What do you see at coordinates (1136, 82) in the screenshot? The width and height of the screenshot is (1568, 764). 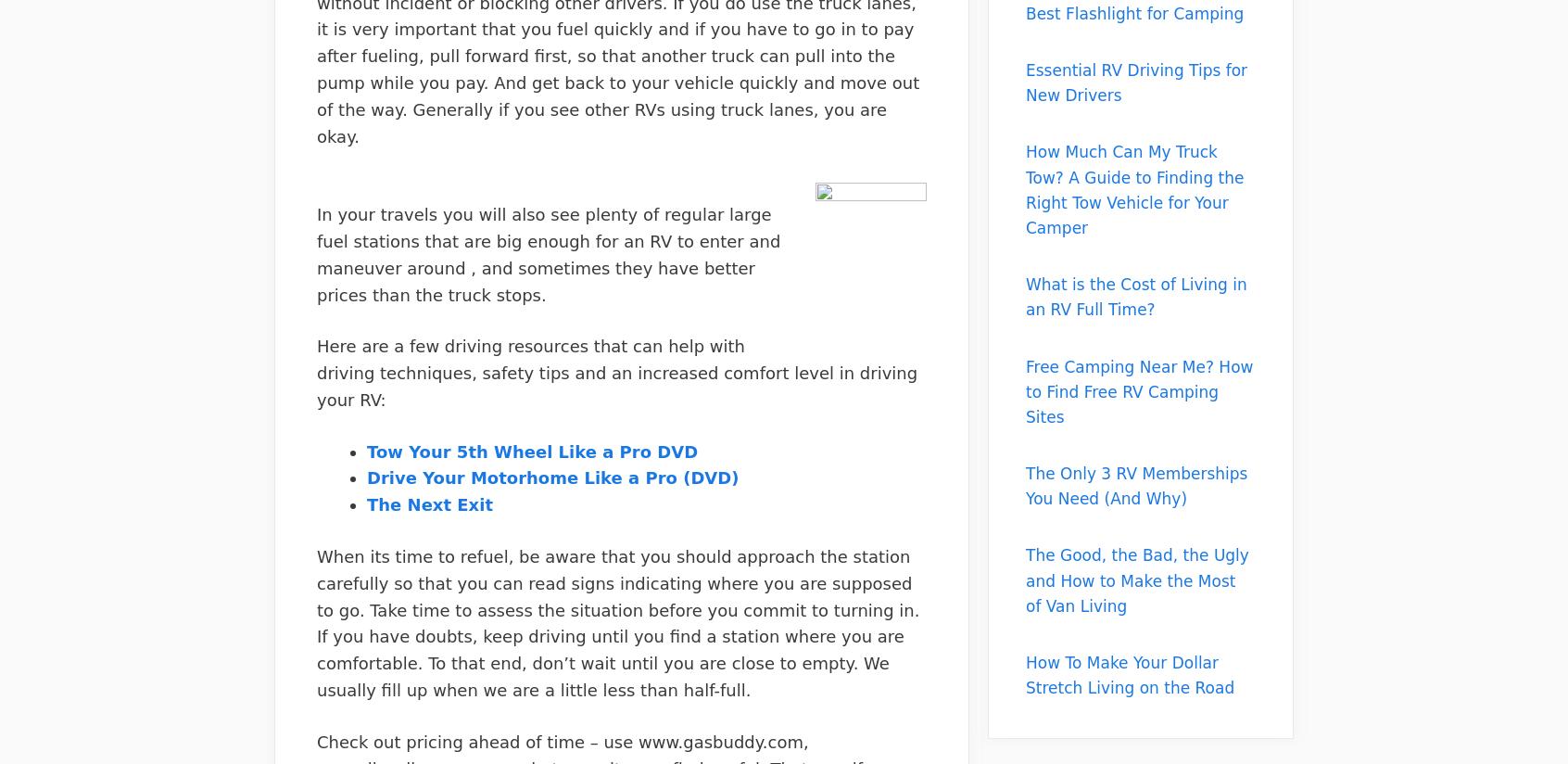 I see `'Essential RV Driving Tips for New Drivers'` at bounding box center [1136, 82].